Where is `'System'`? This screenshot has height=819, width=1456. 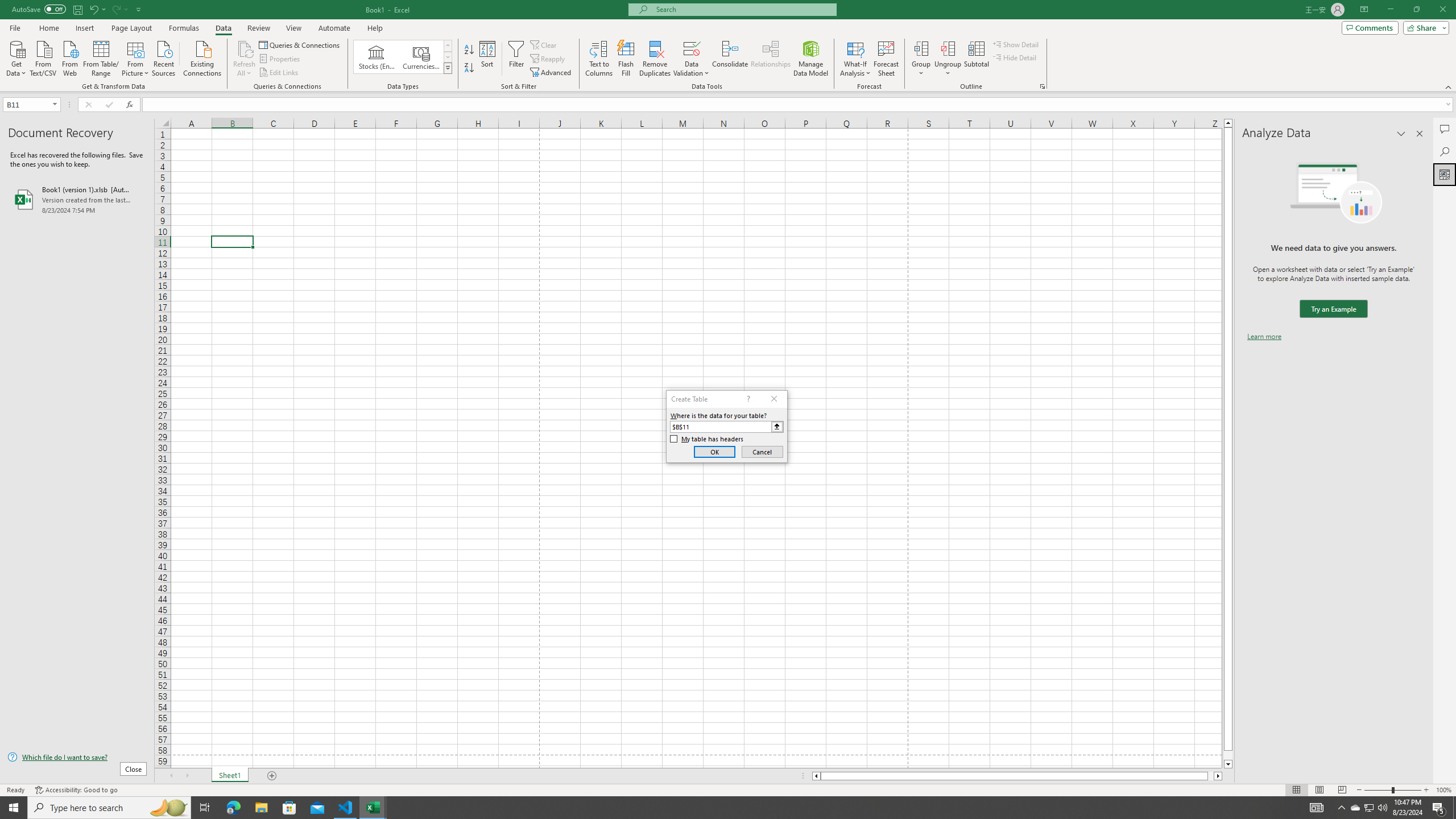 'System' is located at coordinates (6, 5).